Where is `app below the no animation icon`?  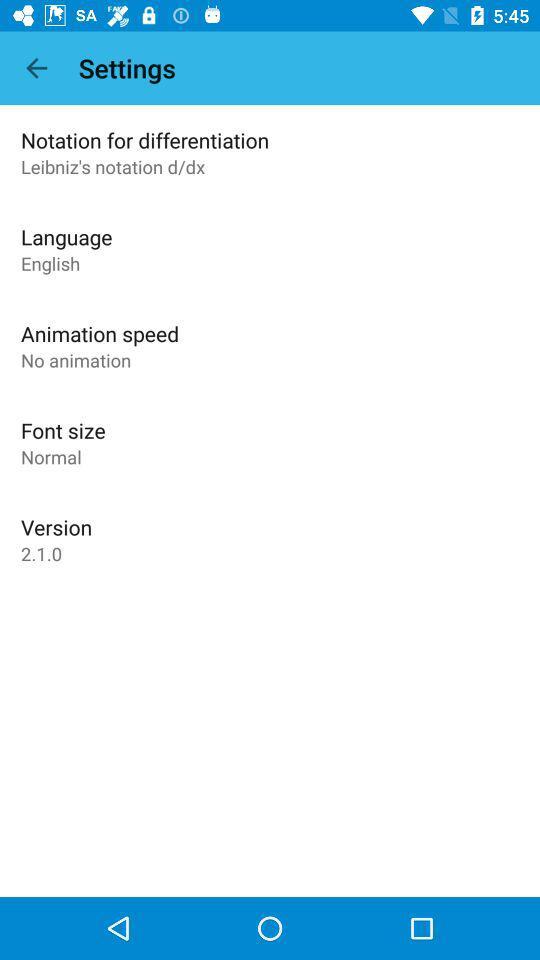 app below the no animation icon is located at coordinates (63, 430).